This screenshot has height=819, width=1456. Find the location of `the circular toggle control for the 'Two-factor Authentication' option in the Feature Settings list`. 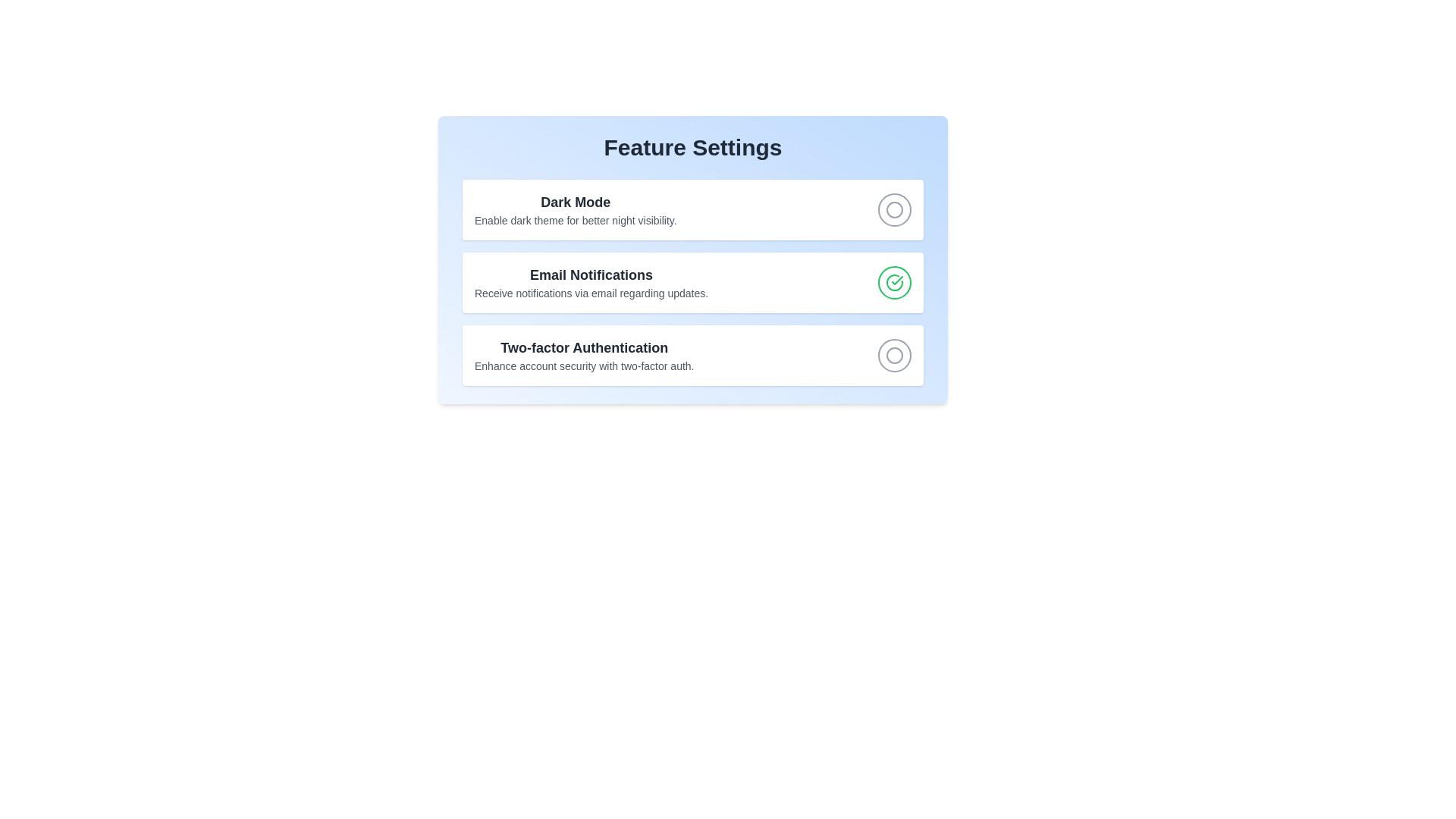

the circular toggle control for the 'Two-factor Authentication' option in the Feature Settings list is located at coordinates (692, 356).